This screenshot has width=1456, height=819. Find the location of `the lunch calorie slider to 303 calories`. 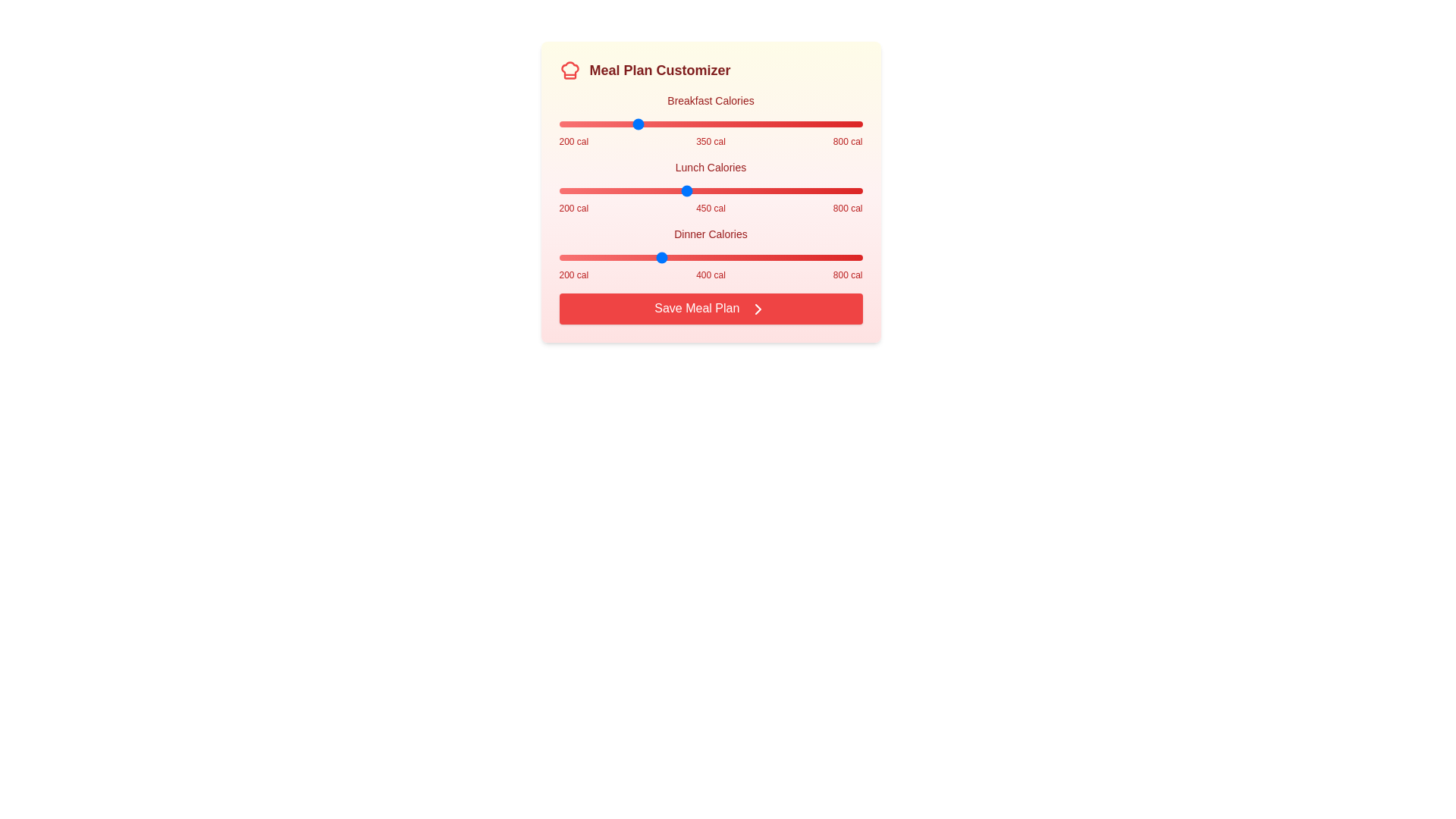

the lunch calorie slider to 303 calories is located at coordinates (611, 190).